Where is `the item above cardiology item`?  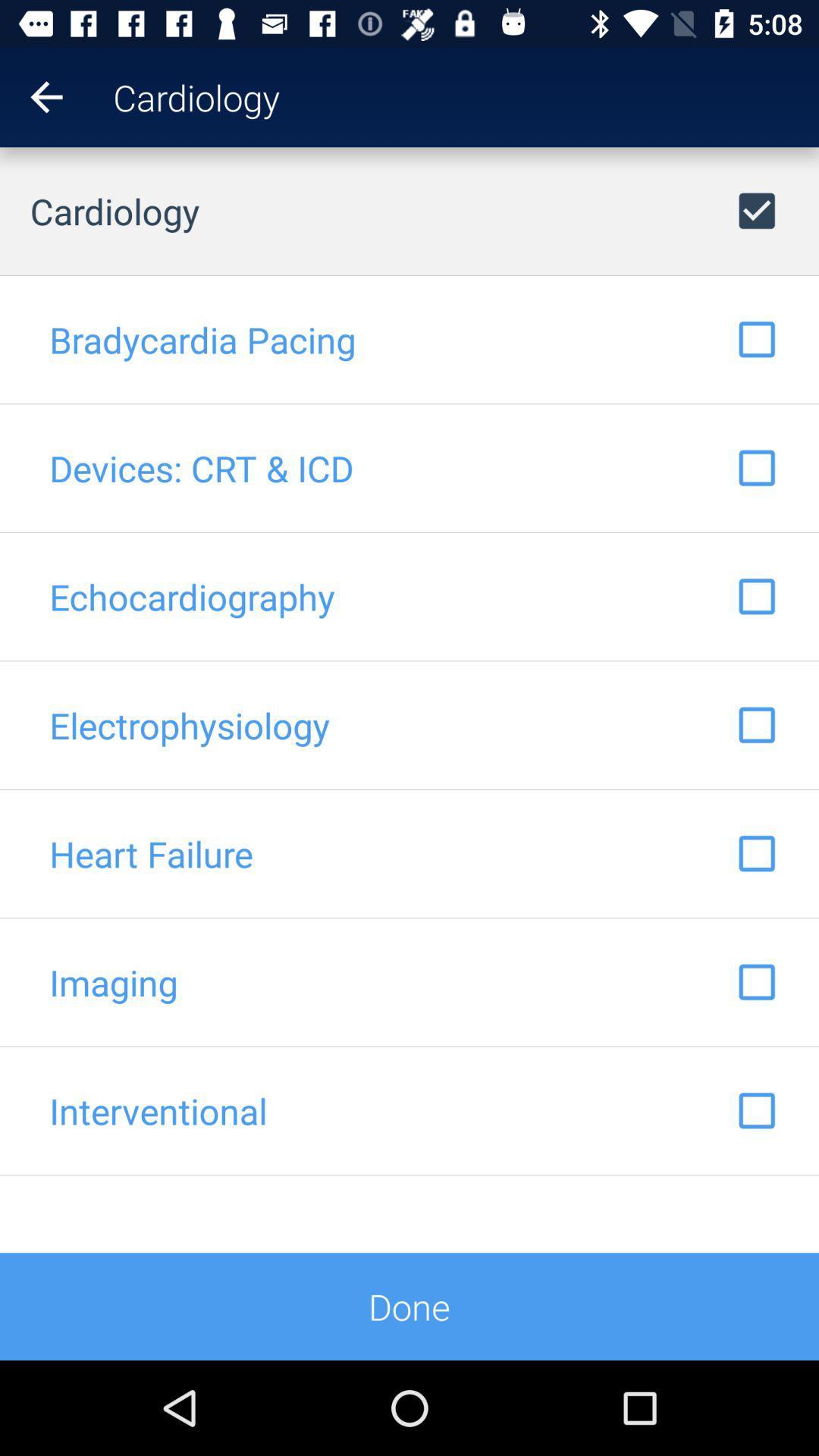
the item above cardiology item is located at coordinates (31, 96).